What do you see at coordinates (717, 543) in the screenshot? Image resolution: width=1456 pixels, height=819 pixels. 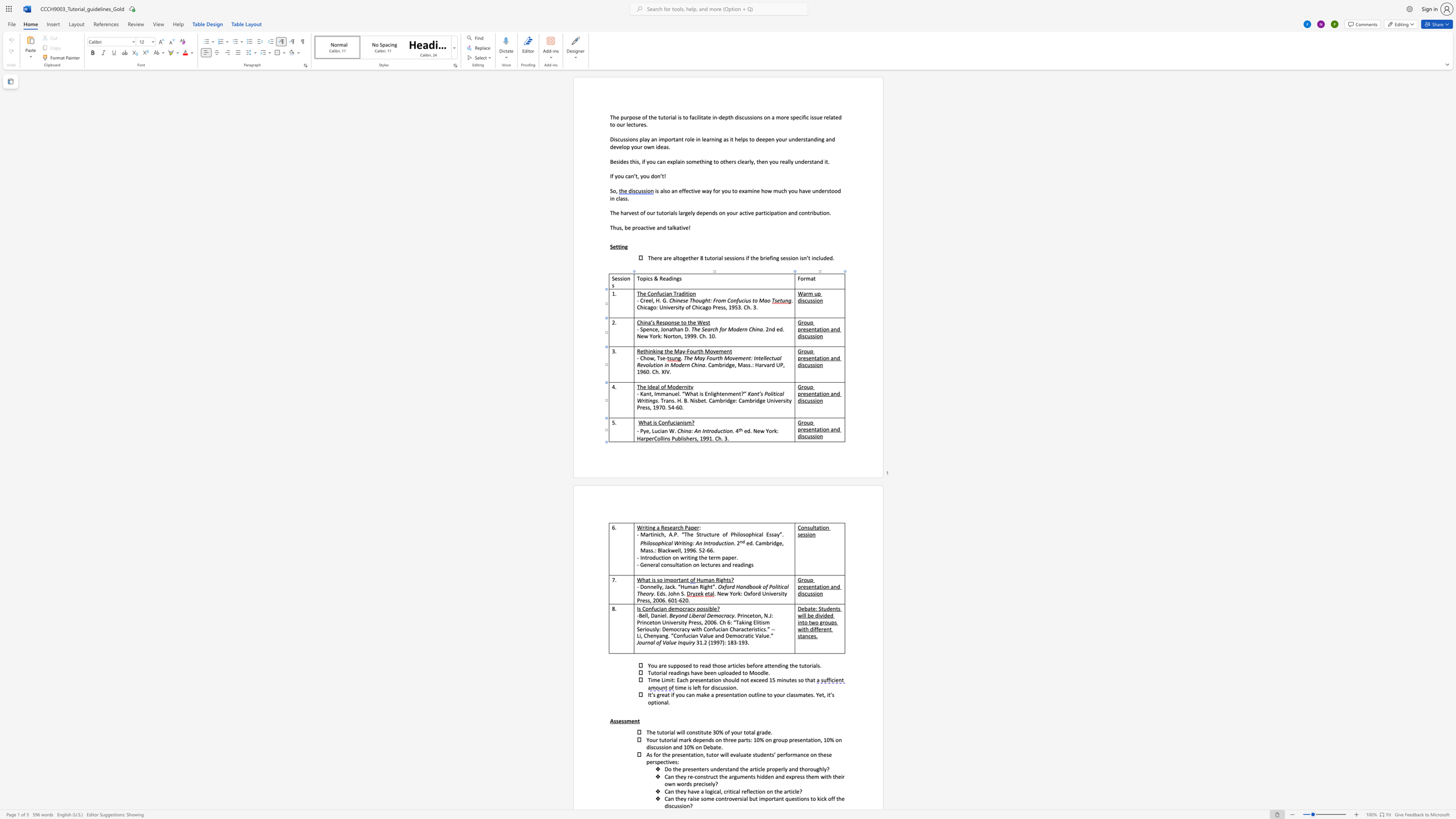 I see `the 1th character "d" in the text` at bounding box center [717, 543].